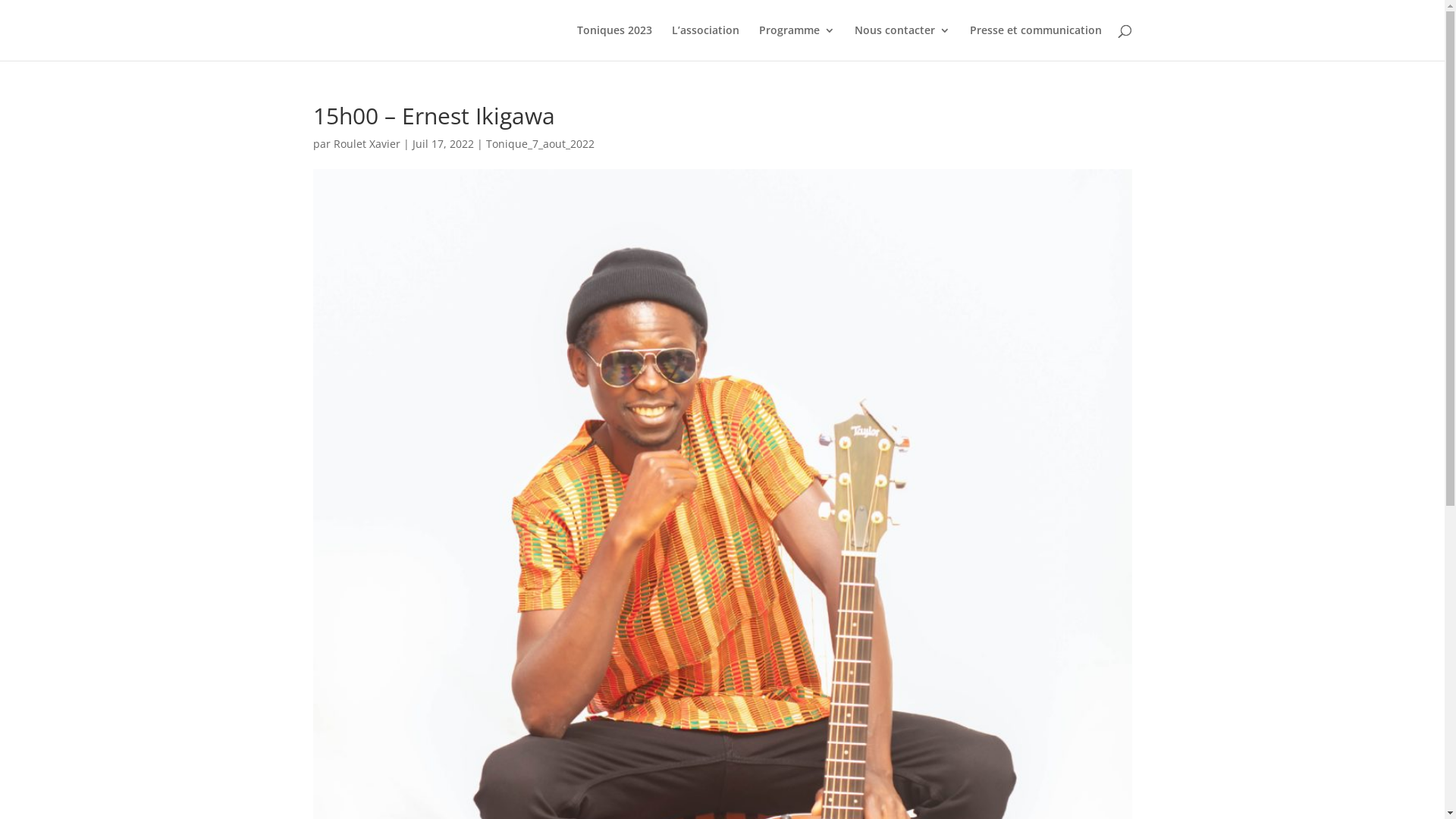  Describe the element at coordinates (1034, 42) in the screenshot. I see `'Presse et communication'` at that location.